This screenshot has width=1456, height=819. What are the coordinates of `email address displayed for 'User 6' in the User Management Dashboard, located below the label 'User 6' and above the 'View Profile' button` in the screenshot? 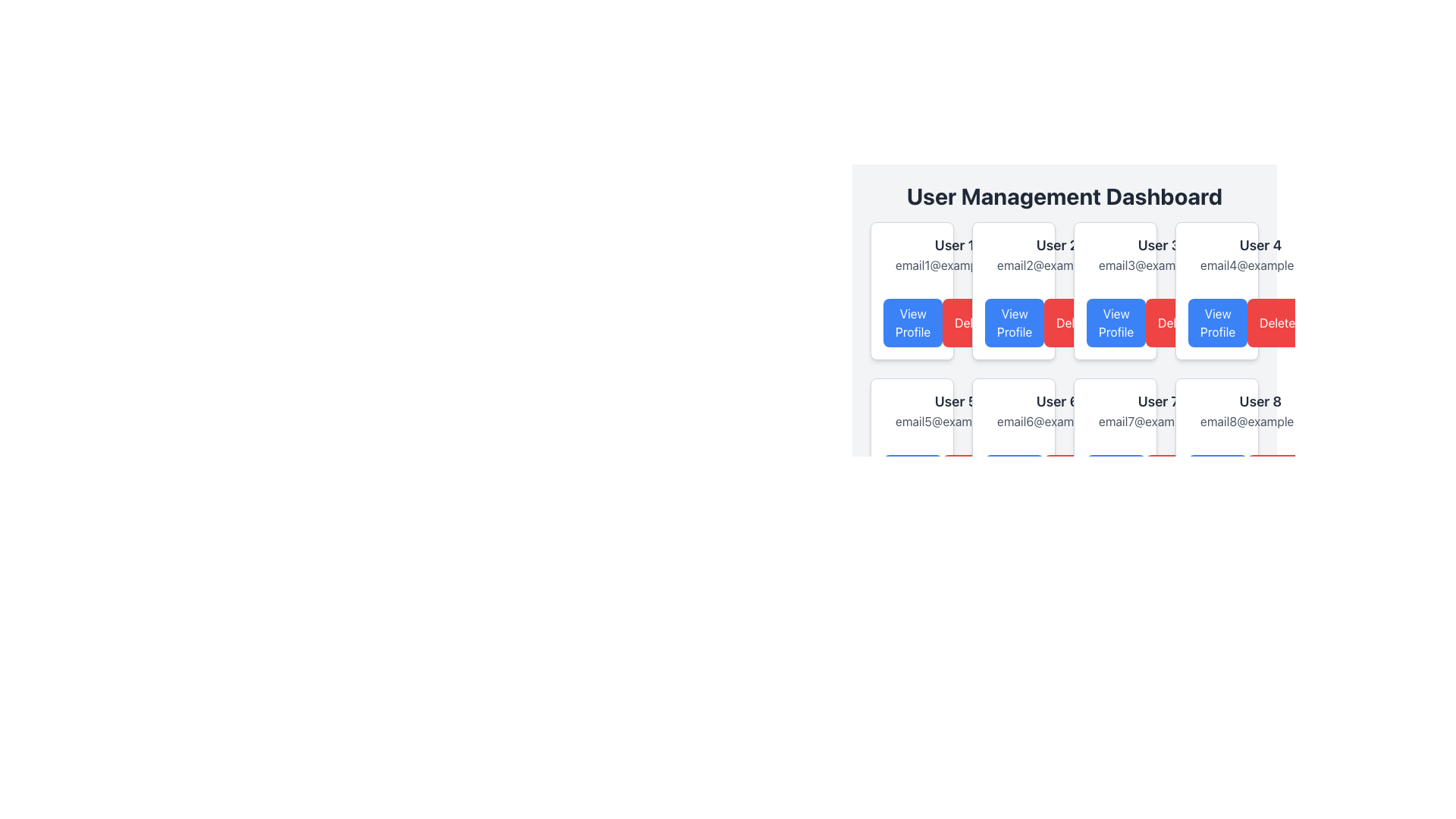 It's located at (1056, 421).